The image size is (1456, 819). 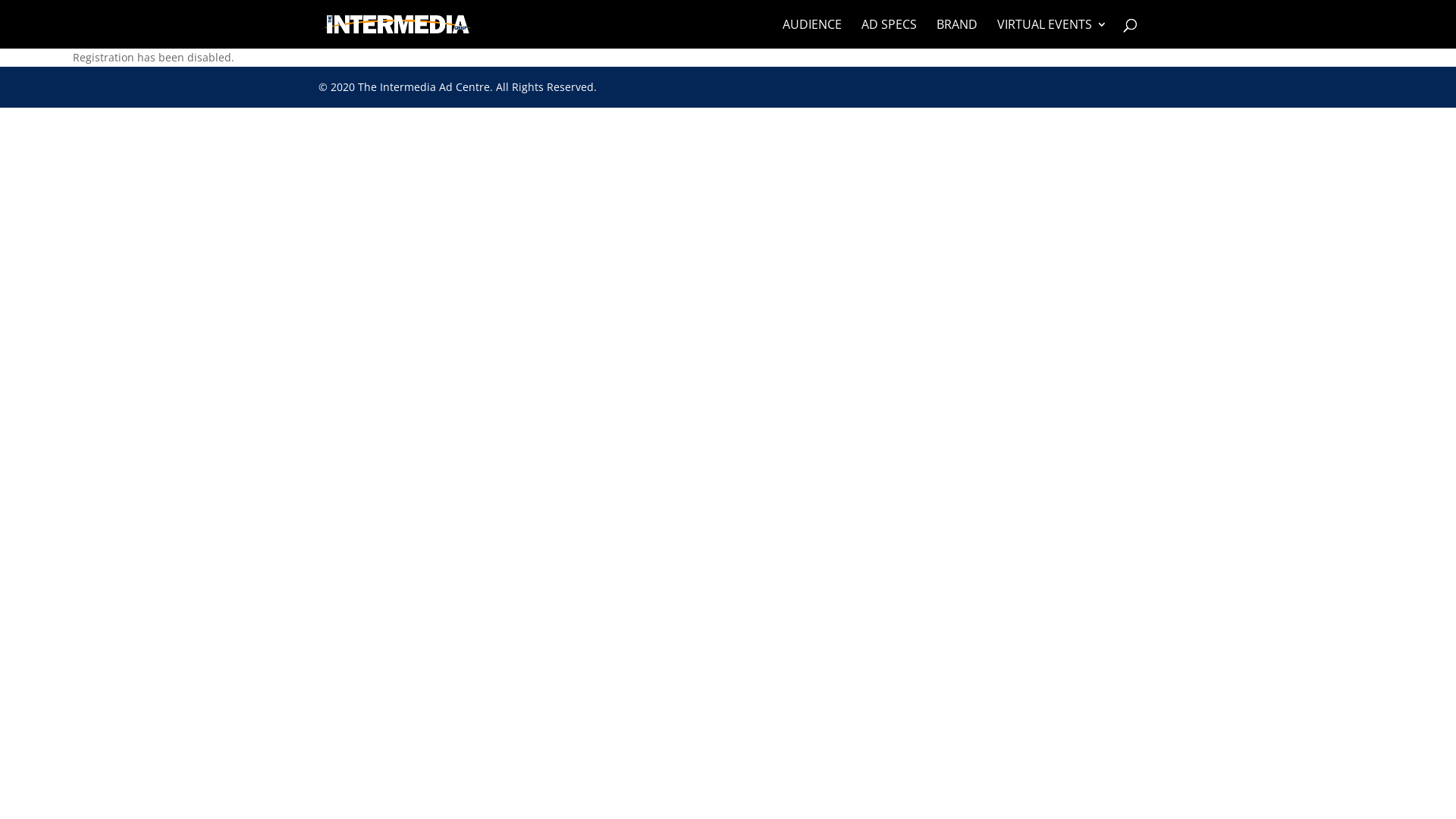 I want to click on 'BRAND', so click(x=956, y=33).